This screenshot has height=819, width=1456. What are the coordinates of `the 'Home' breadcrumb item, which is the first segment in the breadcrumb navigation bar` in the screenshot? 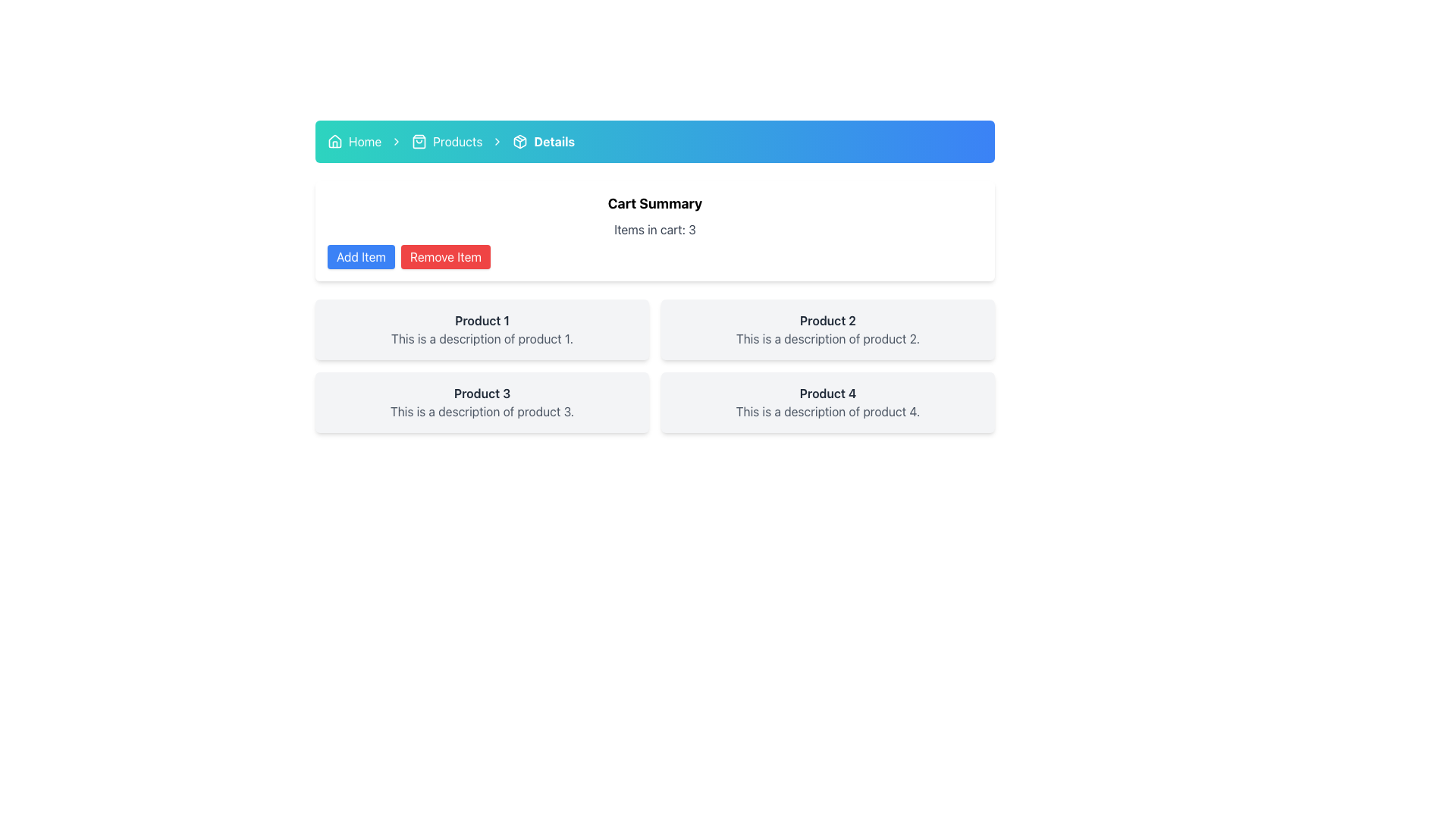 It's located at (353, 141).